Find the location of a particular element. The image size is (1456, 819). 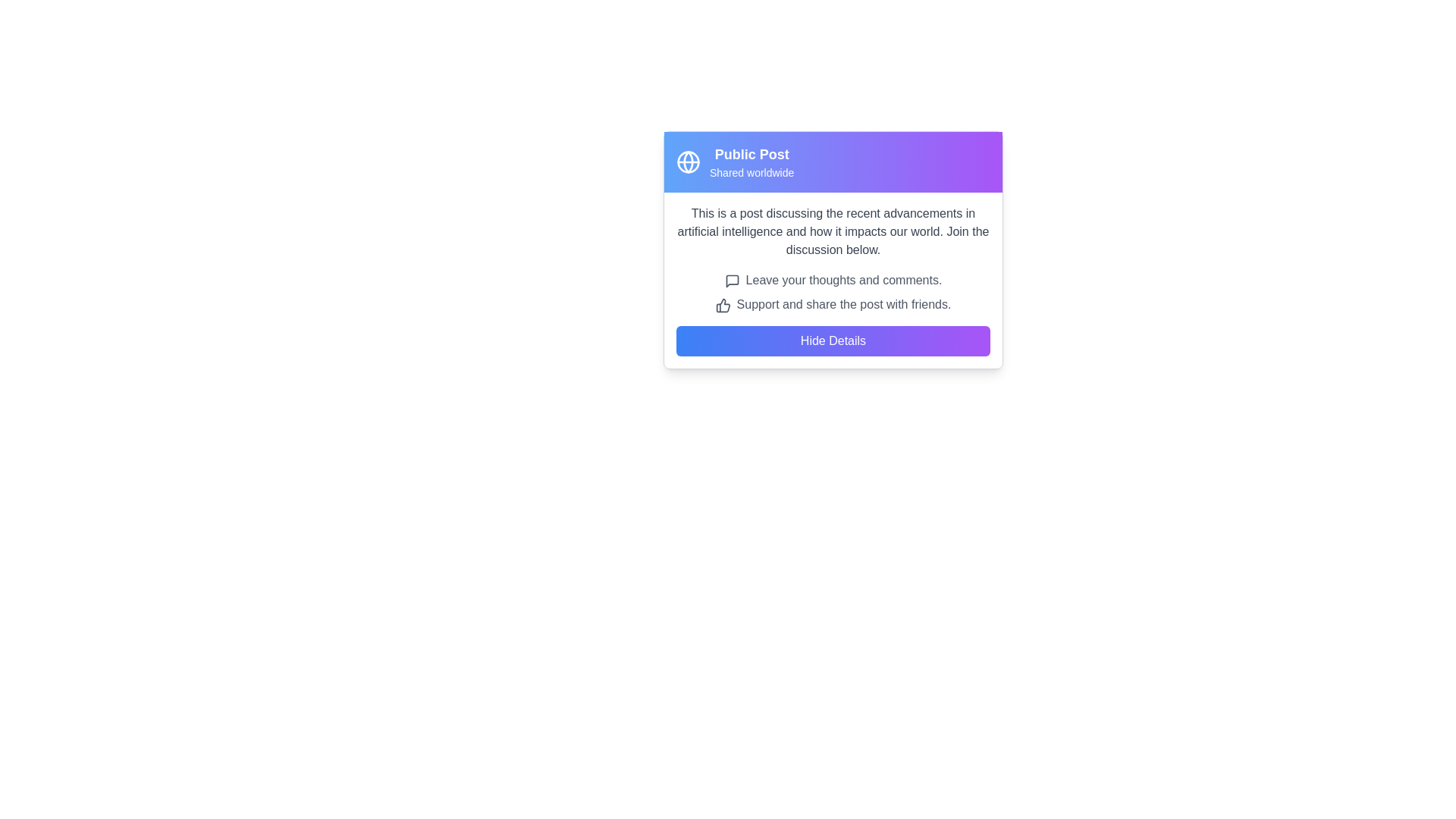

the circular globe icon component that is positioned to the left of the 'Public Post' text area is located at coordinates (687, 162).